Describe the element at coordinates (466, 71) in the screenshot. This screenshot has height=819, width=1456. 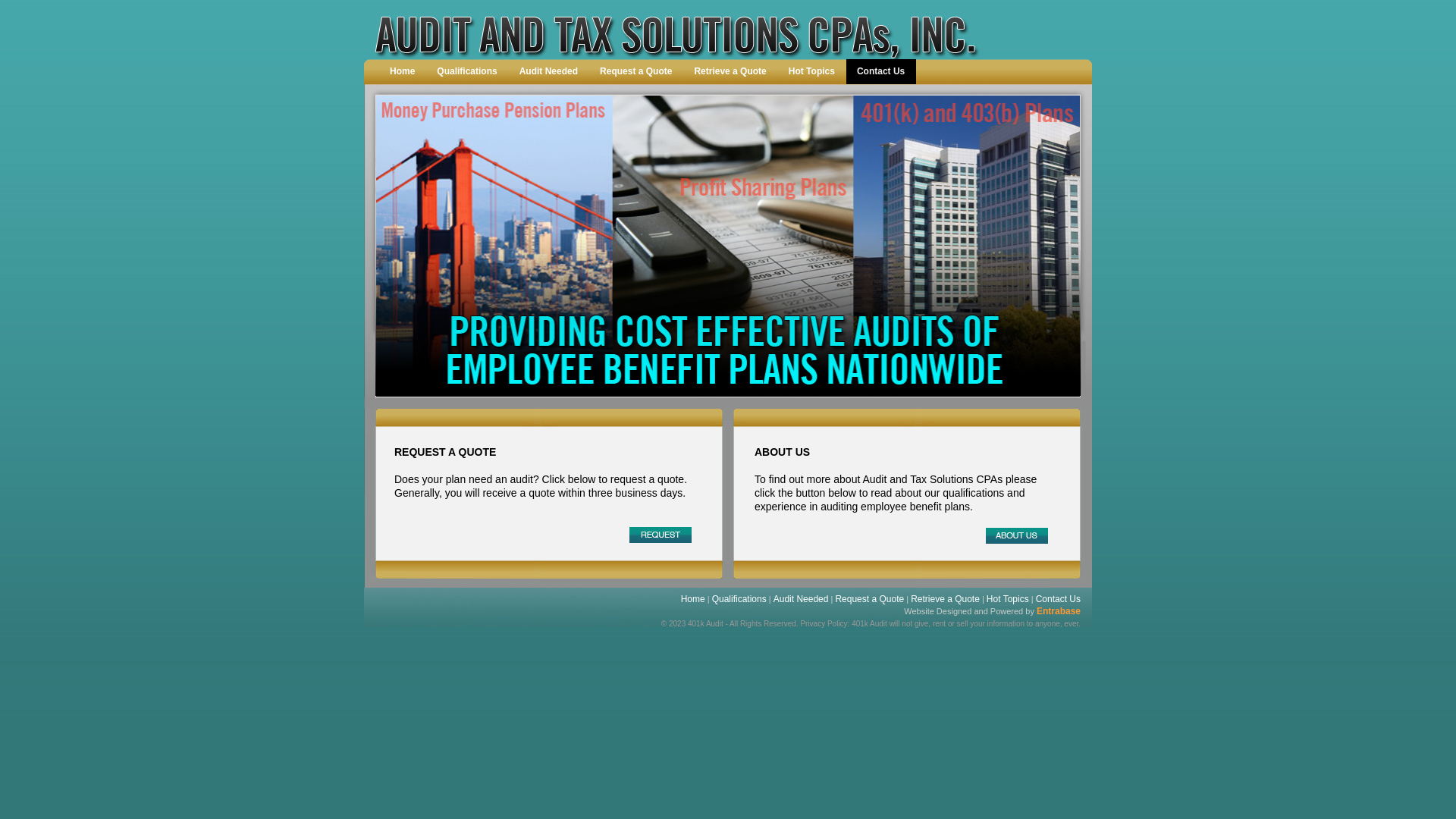
I see `'Qualifications'` at that location.